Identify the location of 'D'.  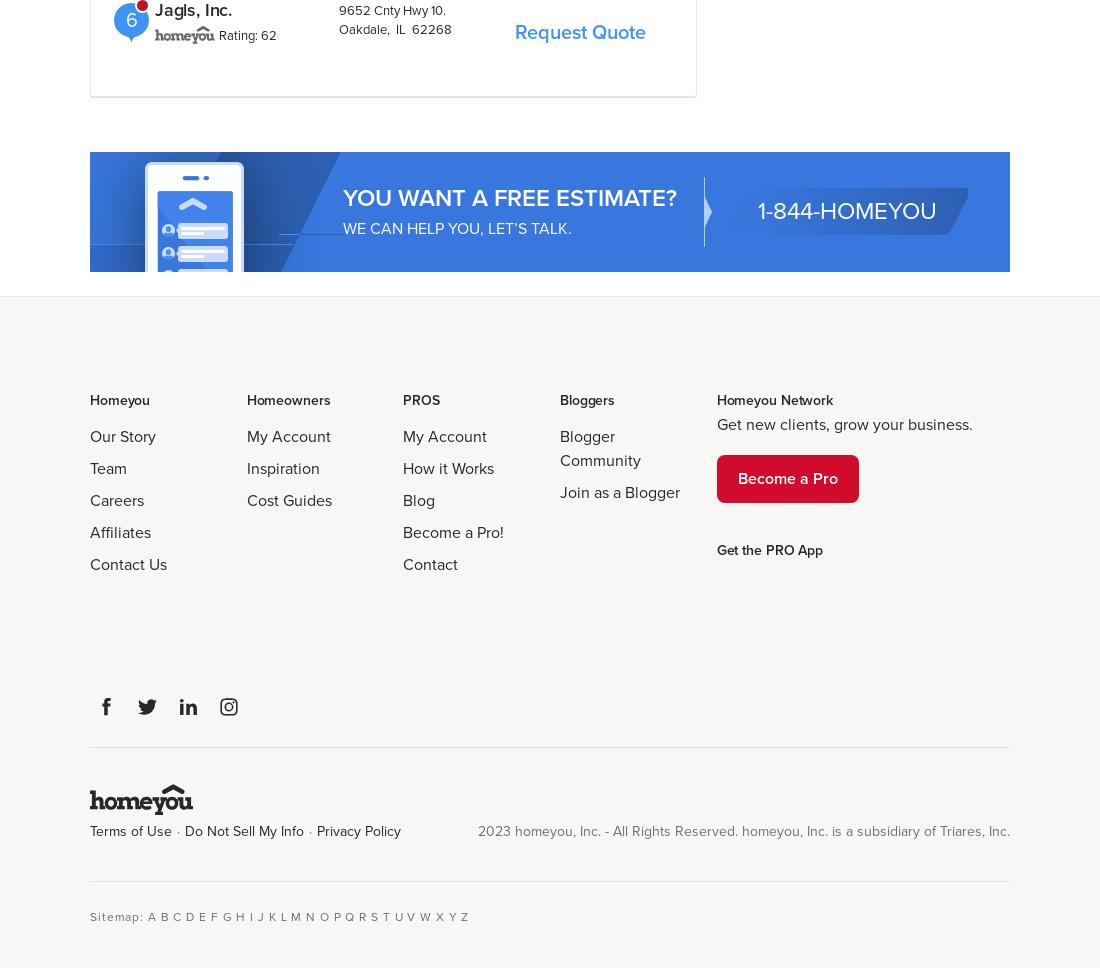
(189, 916).